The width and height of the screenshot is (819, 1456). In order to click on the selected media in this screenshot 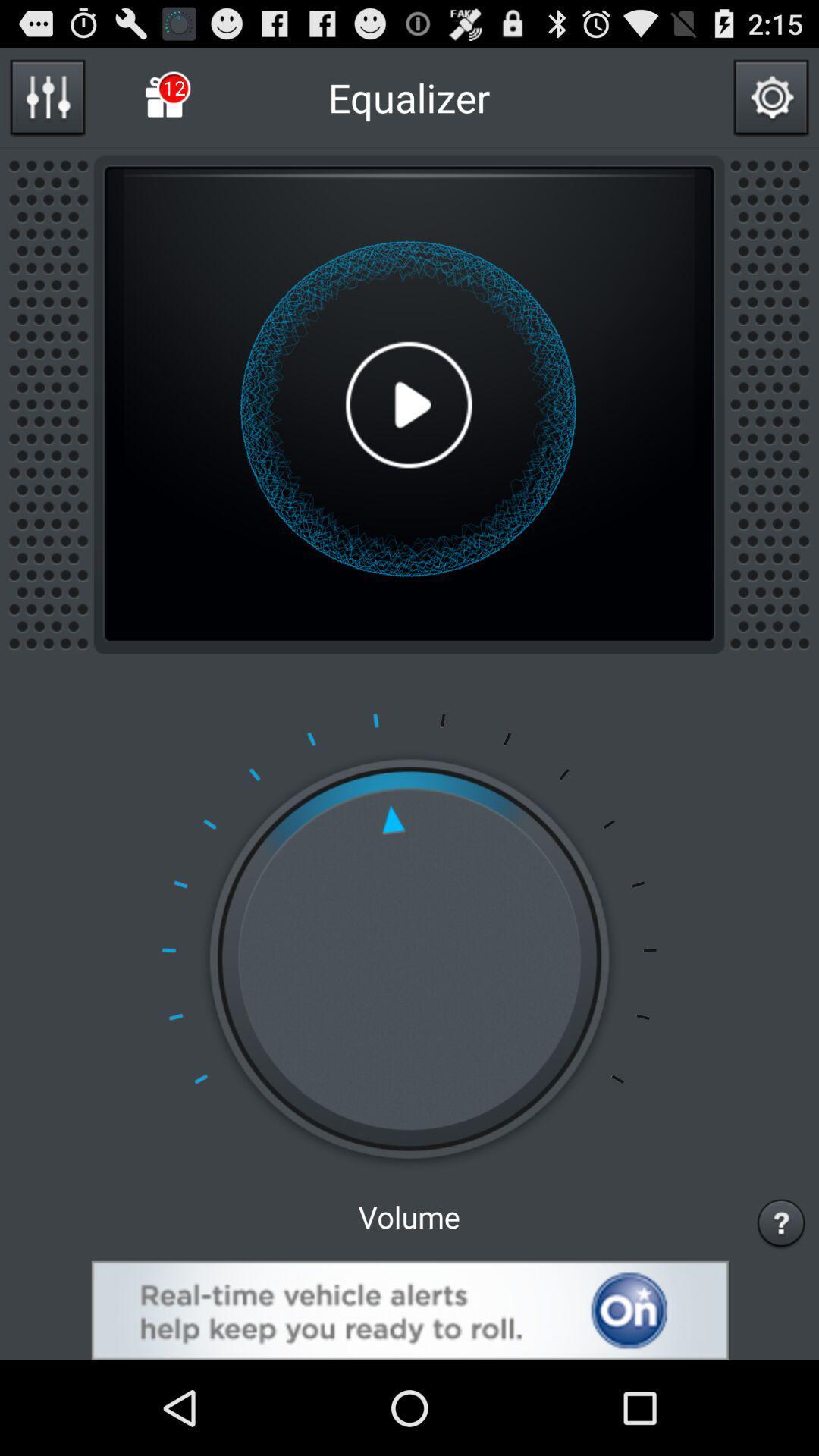, I will do `click(408, 404)`.